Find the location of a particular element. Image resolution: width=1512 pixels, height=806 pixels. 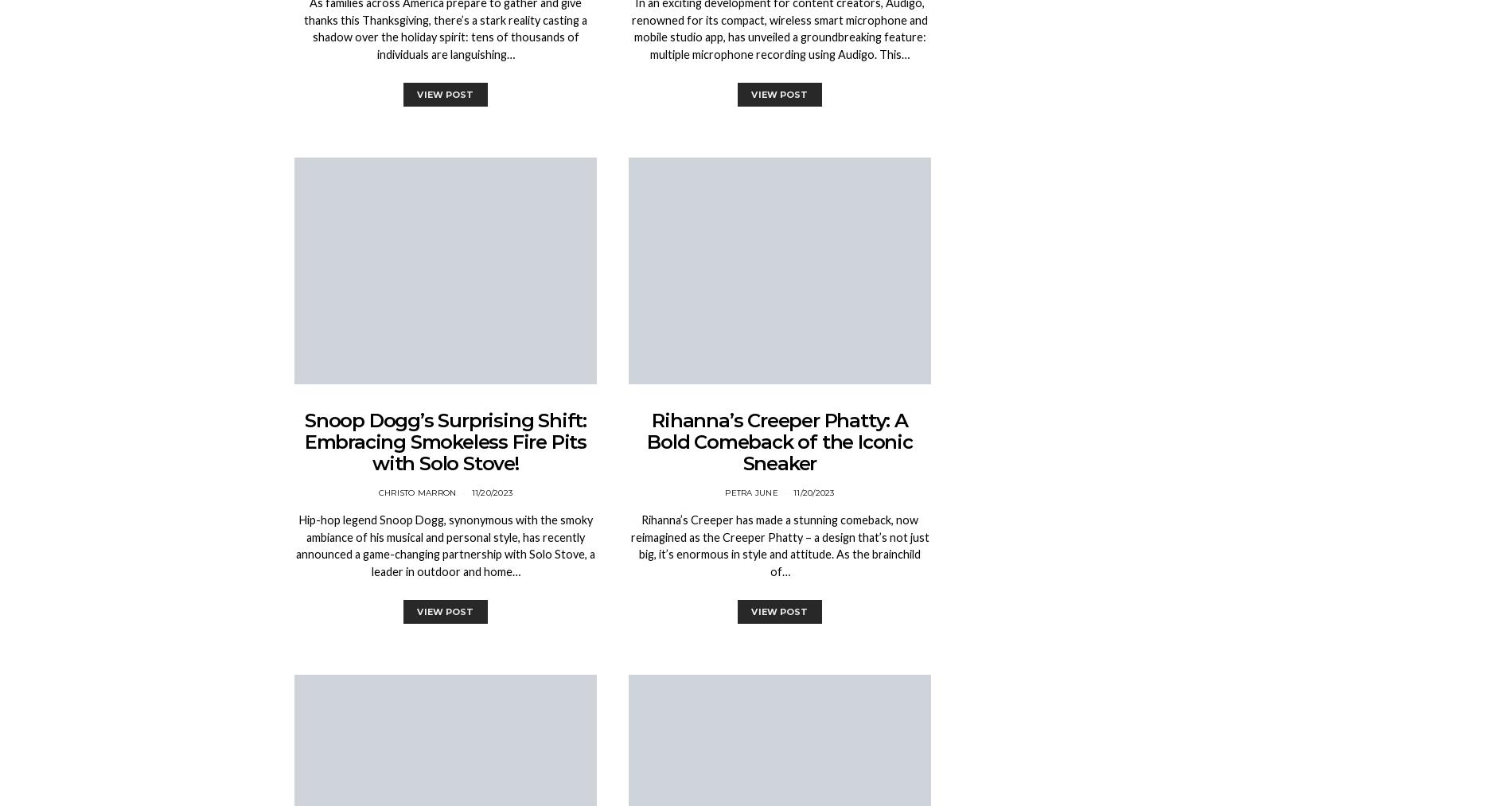

'1 min' is located at coordinates (450, 387).